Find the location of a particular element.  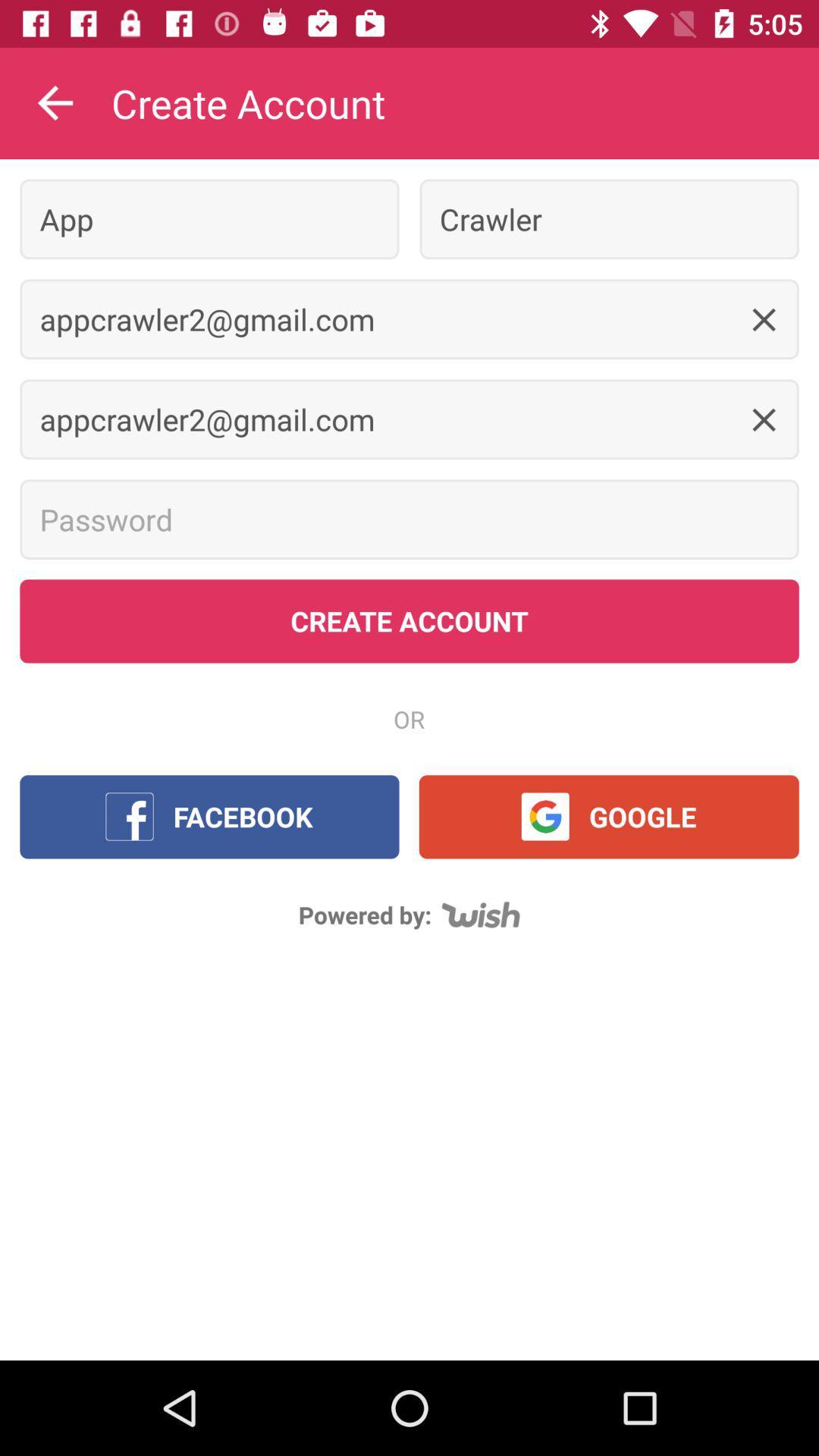

item to the right of the app item is located at coordinates (608, 218).